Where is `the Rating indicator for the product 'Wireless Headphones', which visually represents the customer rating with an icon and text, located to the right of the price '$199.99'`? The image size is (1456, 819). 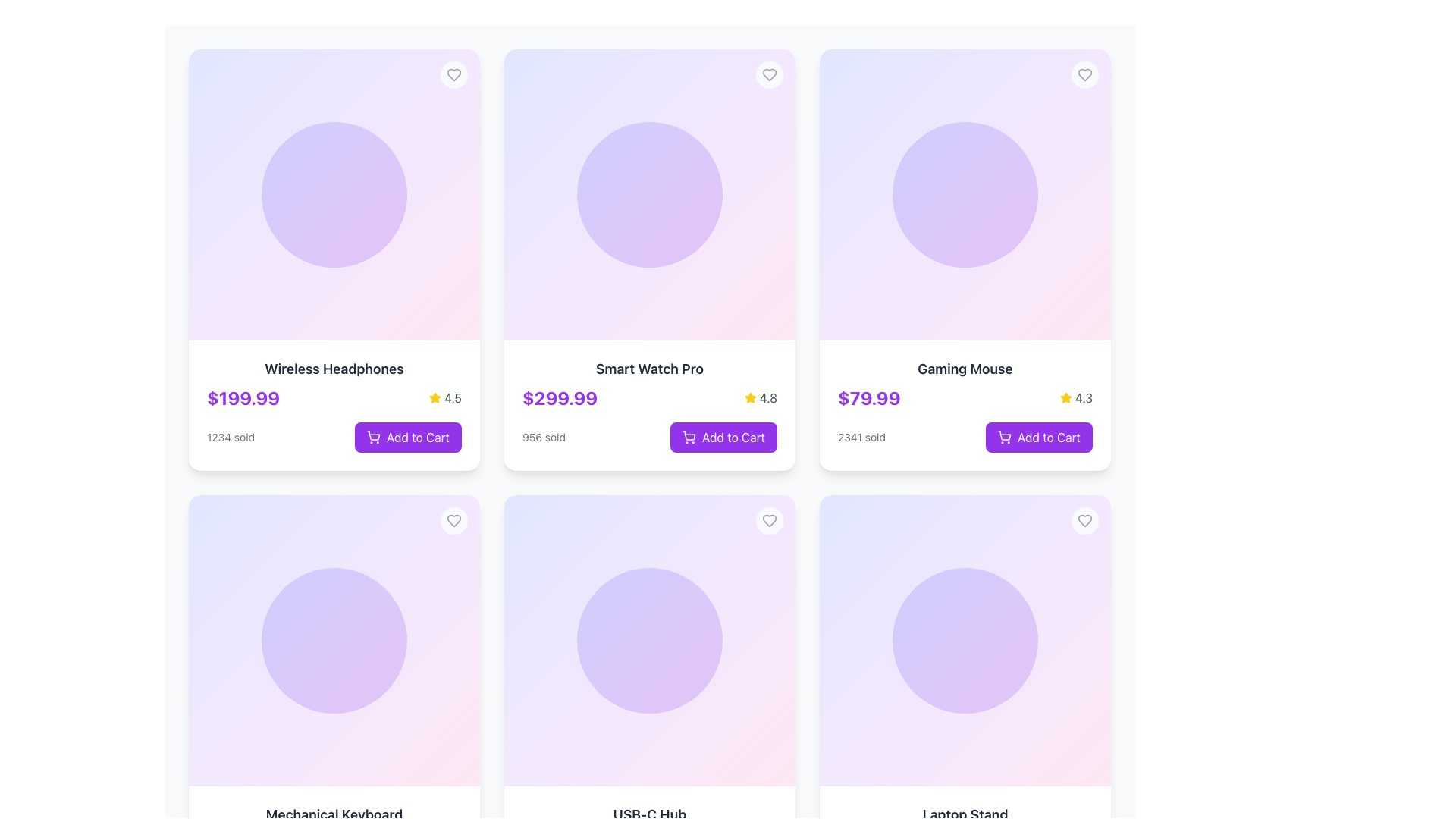 the Rating indicator for the product 'Wireless Headphones', which visually represents the customer rating with an icon and text, located to the right of the price '$199.99' is located at coordinates (444, 397).